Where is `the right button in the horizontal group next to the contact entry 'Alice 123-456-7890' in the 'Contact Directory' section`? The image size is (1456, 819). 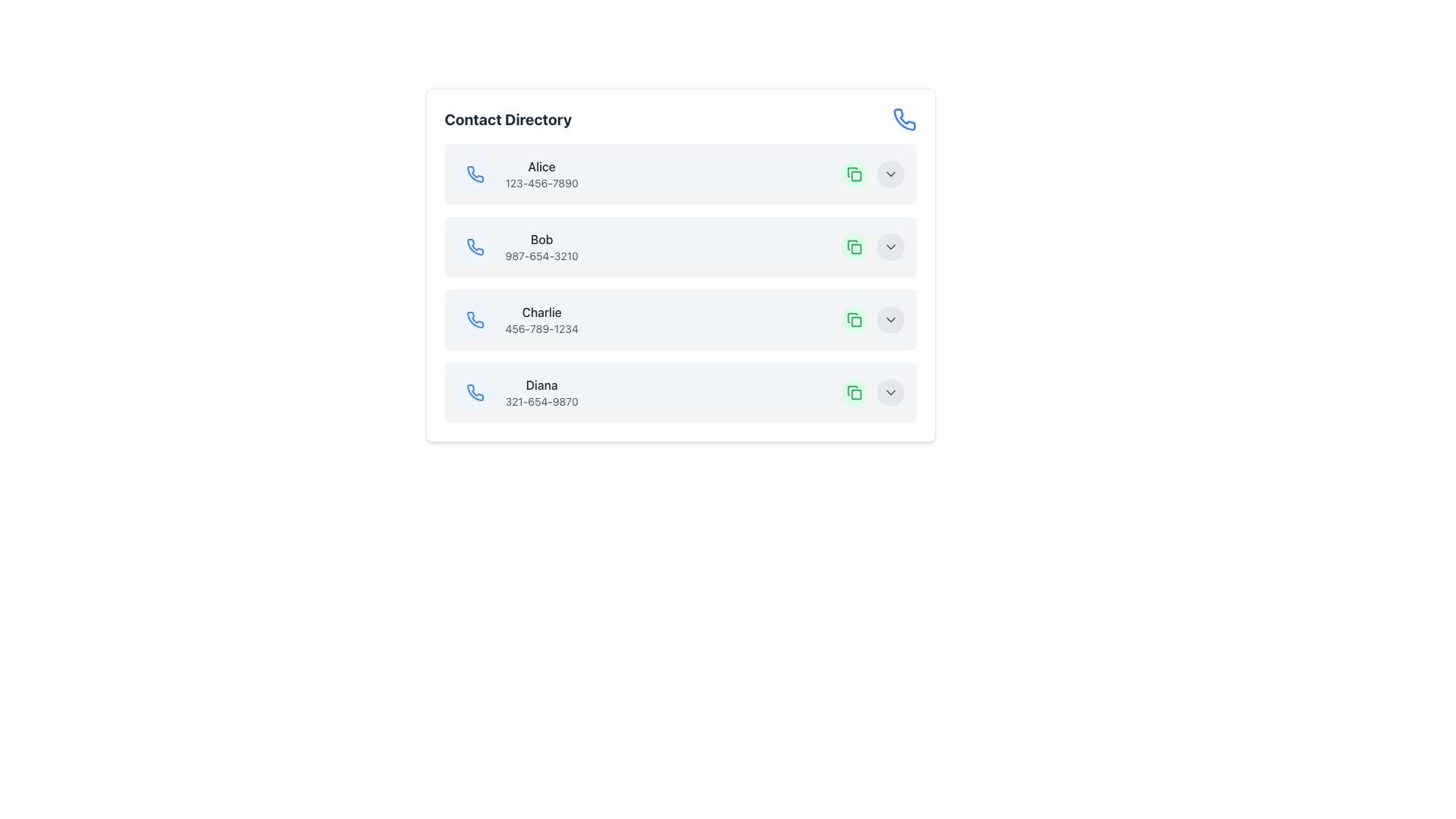 the right button in the horizontal group next to the contact entry 'Alice 123-456-7890' in the 'Contact Directory' section is located at coordinates (872, 174).